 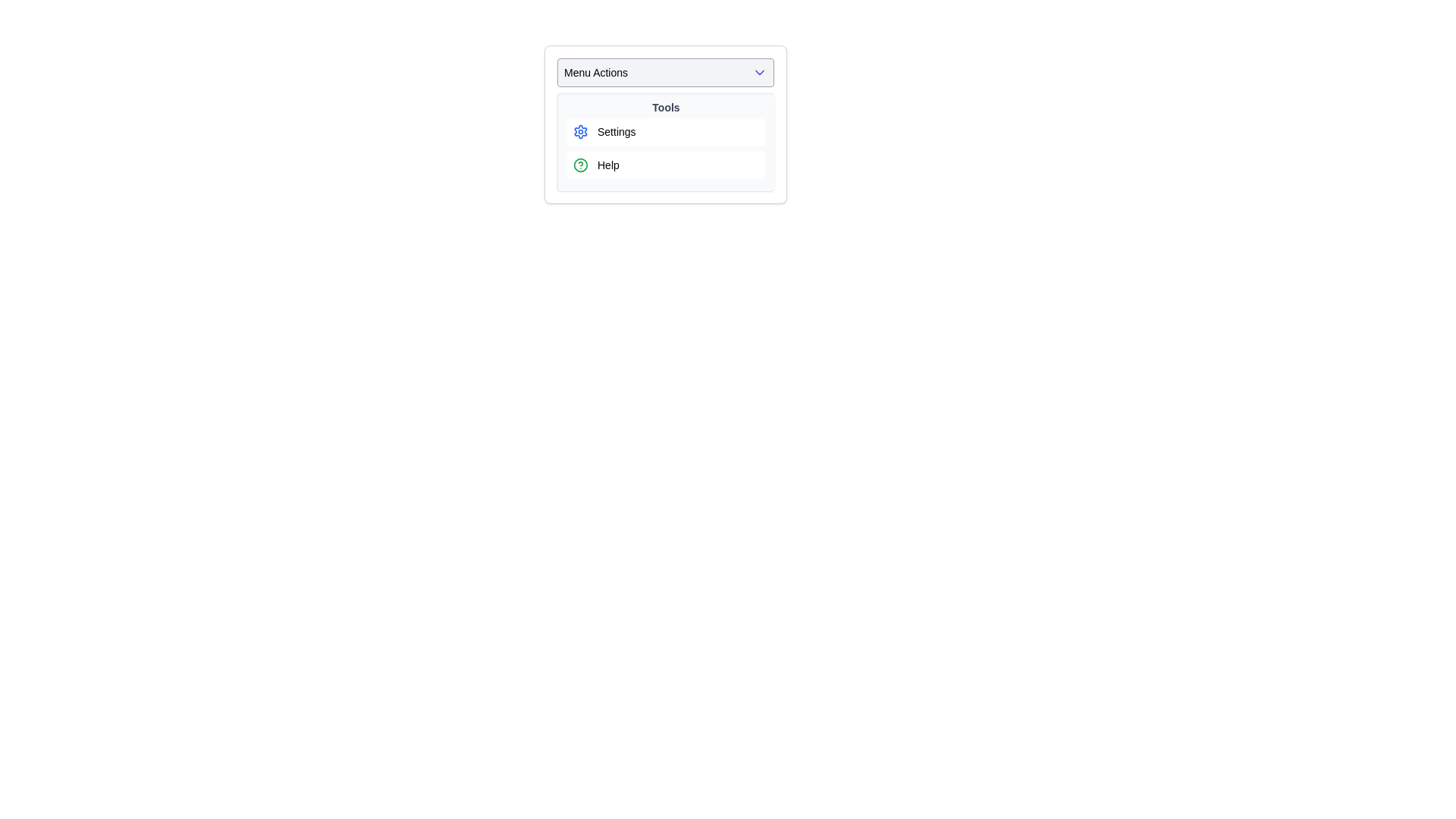 I want to click on the non-interactive text label at the top of the 'Menu Actions' drop-down menu, which serves as a header for the items below, so click(x=666, y=107).